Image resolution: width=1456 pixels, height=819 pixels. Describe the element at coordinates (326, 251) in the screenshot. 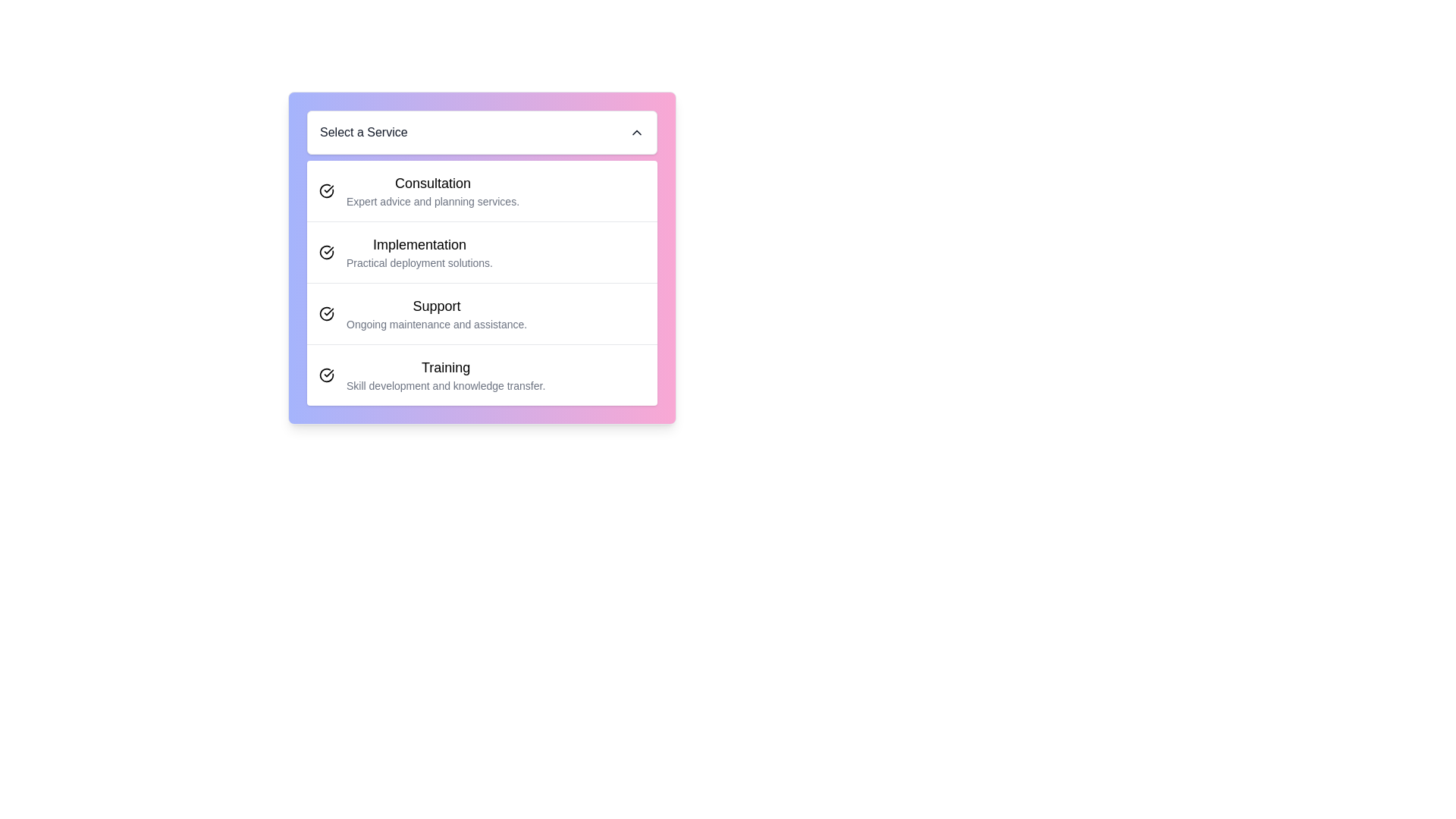

I see `the selection indication by clicking on the icon that indicates the 'Implementation' option is selected, located at the leftmost section of the 'Implementation' list item` at that location.